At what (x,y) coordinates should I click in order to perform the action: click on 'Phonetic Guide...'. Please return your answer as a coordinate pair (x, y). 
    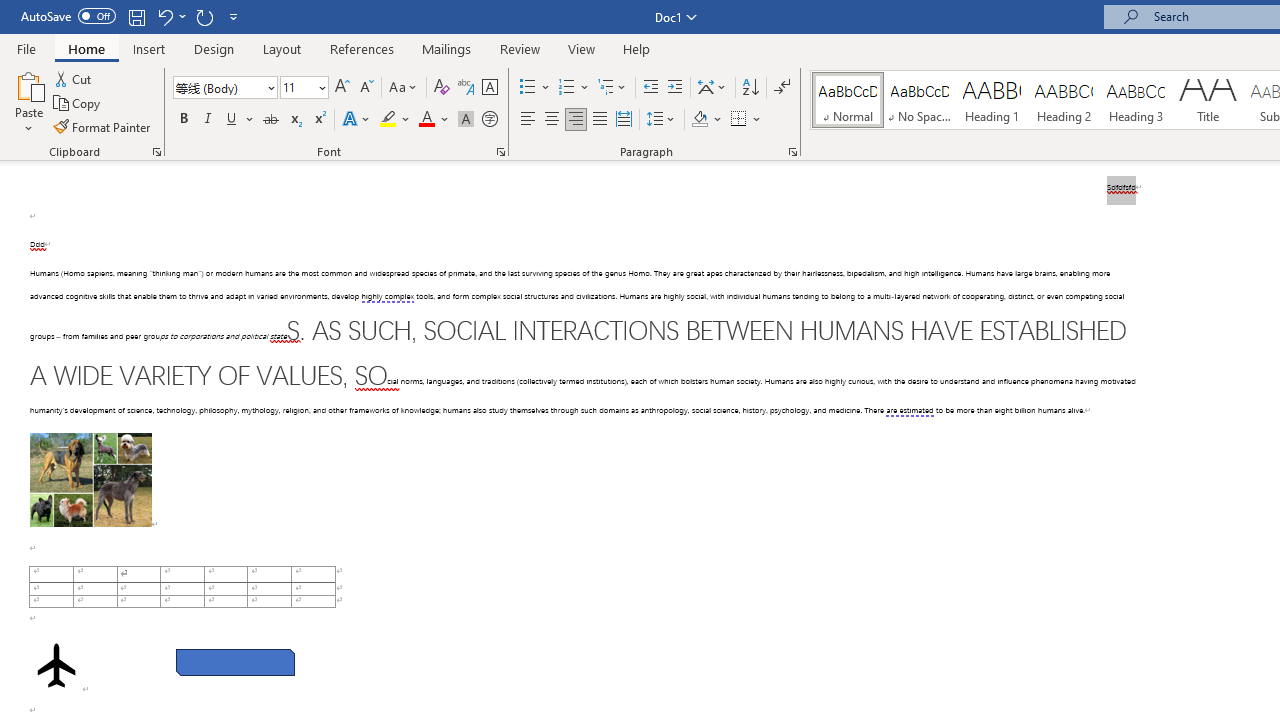
    Looking at the image, I should click on (464, 86).